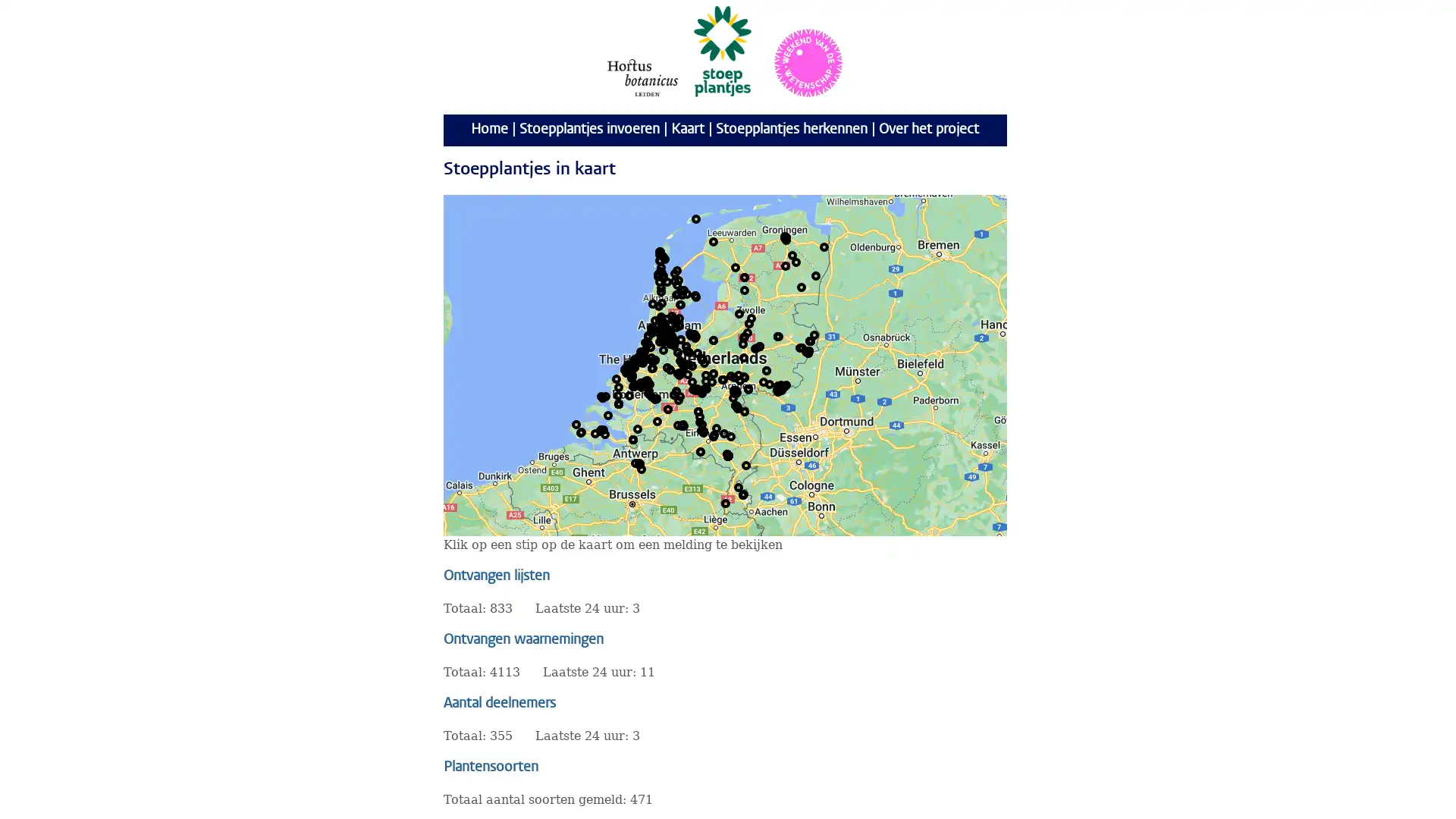 The height and width of the screenshot is (819, 1456). Describe the element at coordinates (663, 350) in the screenshot. I see `Telling van op 04 maart 2022` at that location.